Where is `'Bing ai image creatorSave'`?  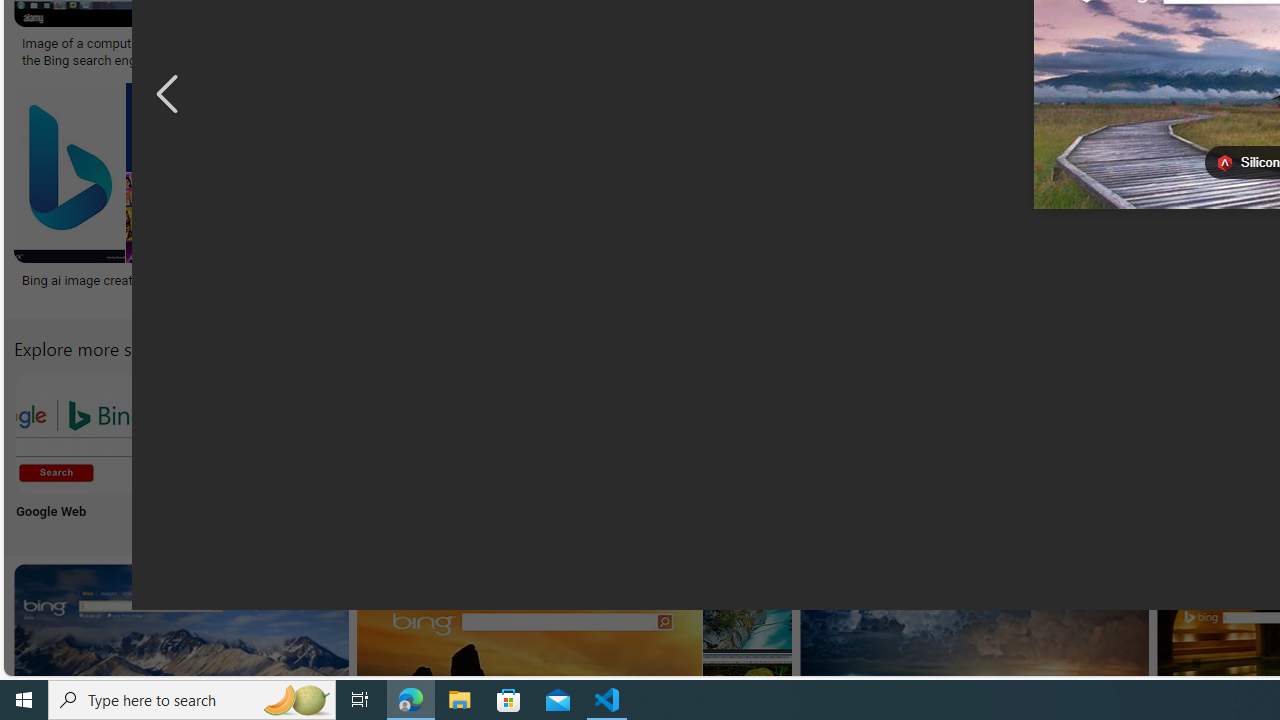
'Bing ai image creatorSave' is located at coordinates (117, 196).